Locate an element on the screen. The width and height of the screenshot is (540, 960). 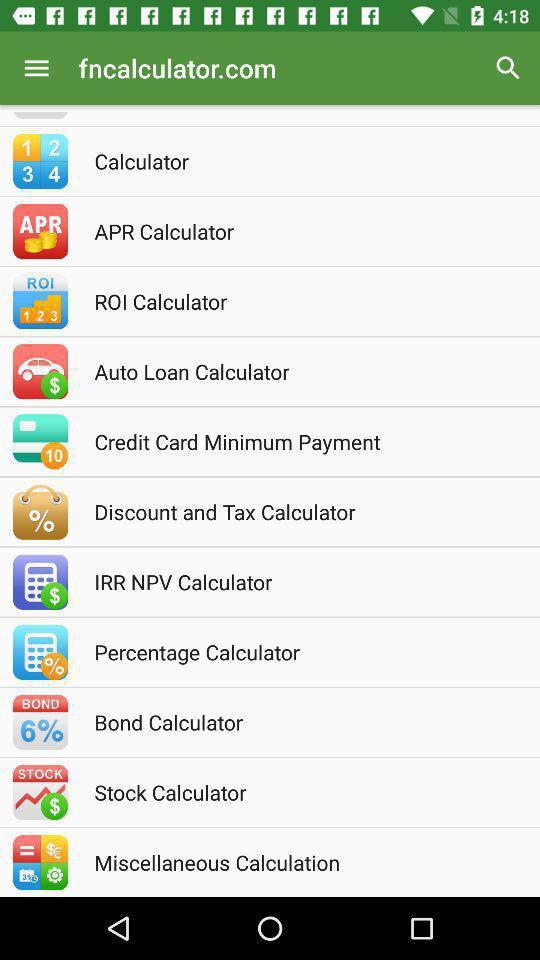
the bond calculator icon is located at coordinates (296, 721).